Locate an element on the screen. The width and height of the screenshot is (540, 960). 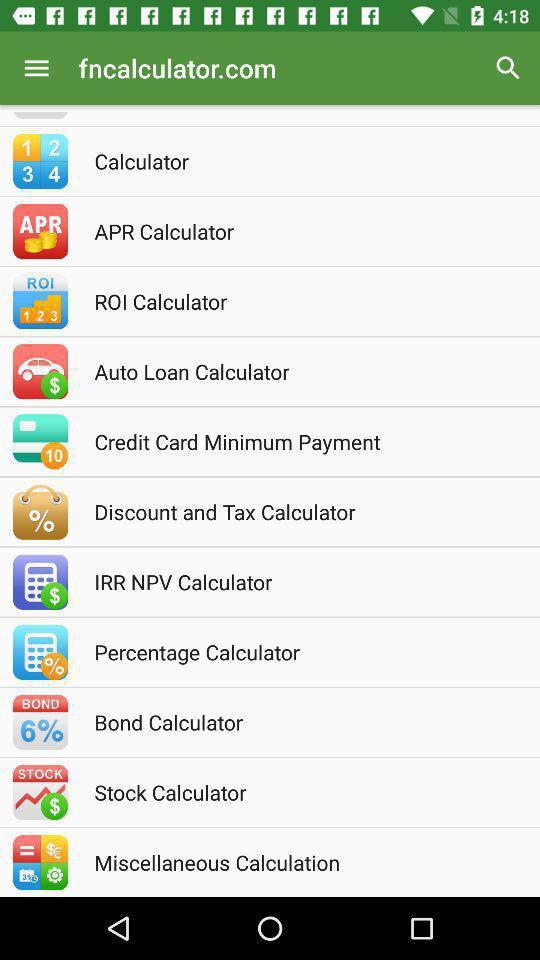
the bond calculator icon is located at coordinates (296, 721).